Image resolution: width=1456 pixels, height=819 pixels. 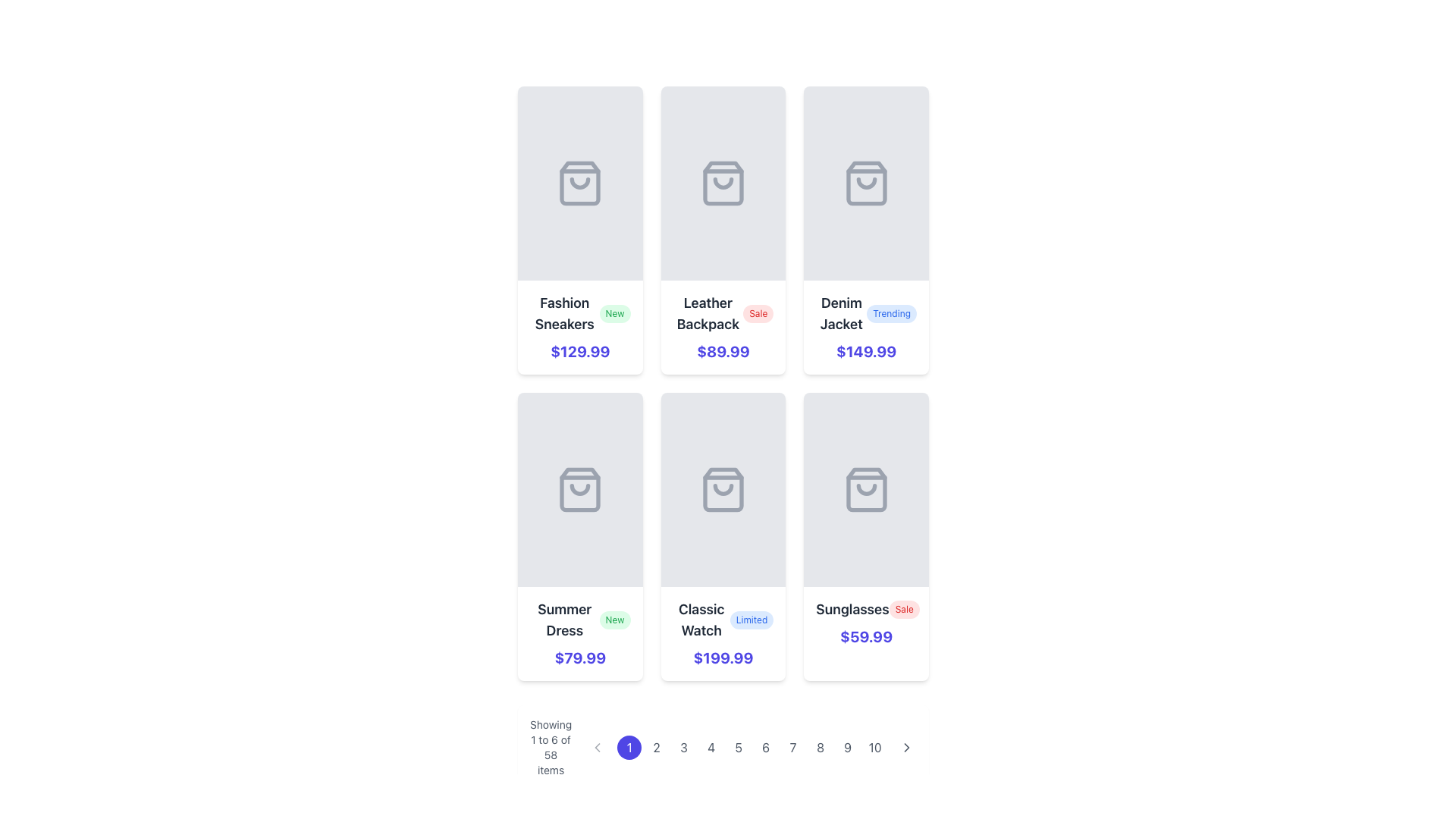 What do you see at coordinates (758, 312) in the screenshot?
I see `the 'Sale' badge, which is a small, rounded badge with red text on a light red background, located to the right of the 'Leather Backpack' text in the card item of the grid layout` at bounding box center [758, 312].